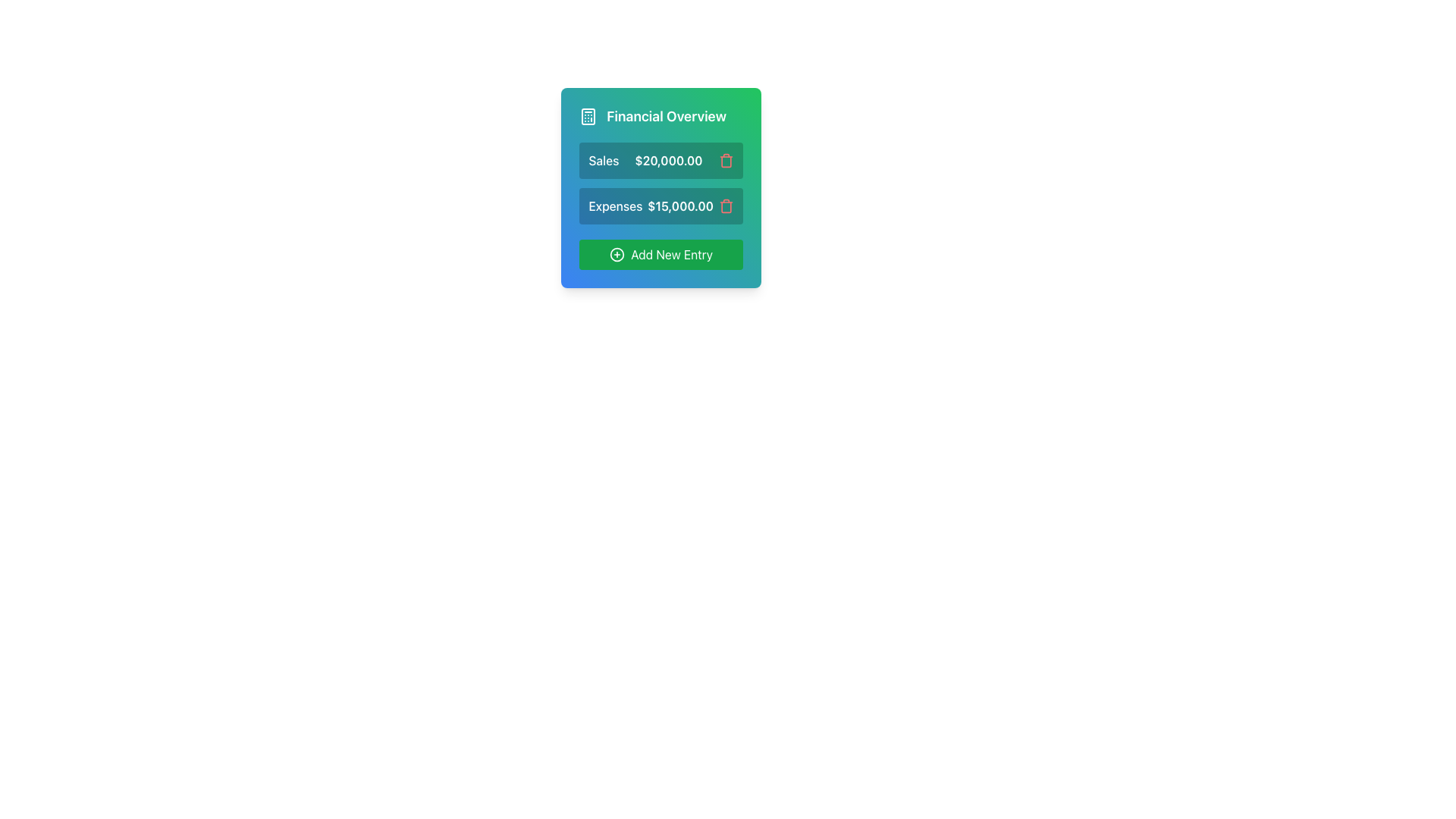  I want to click on the button with a bright green background and a plus sign icon, labeled 'Add New Entry', to observe its visual feedback, so click(661, 253).